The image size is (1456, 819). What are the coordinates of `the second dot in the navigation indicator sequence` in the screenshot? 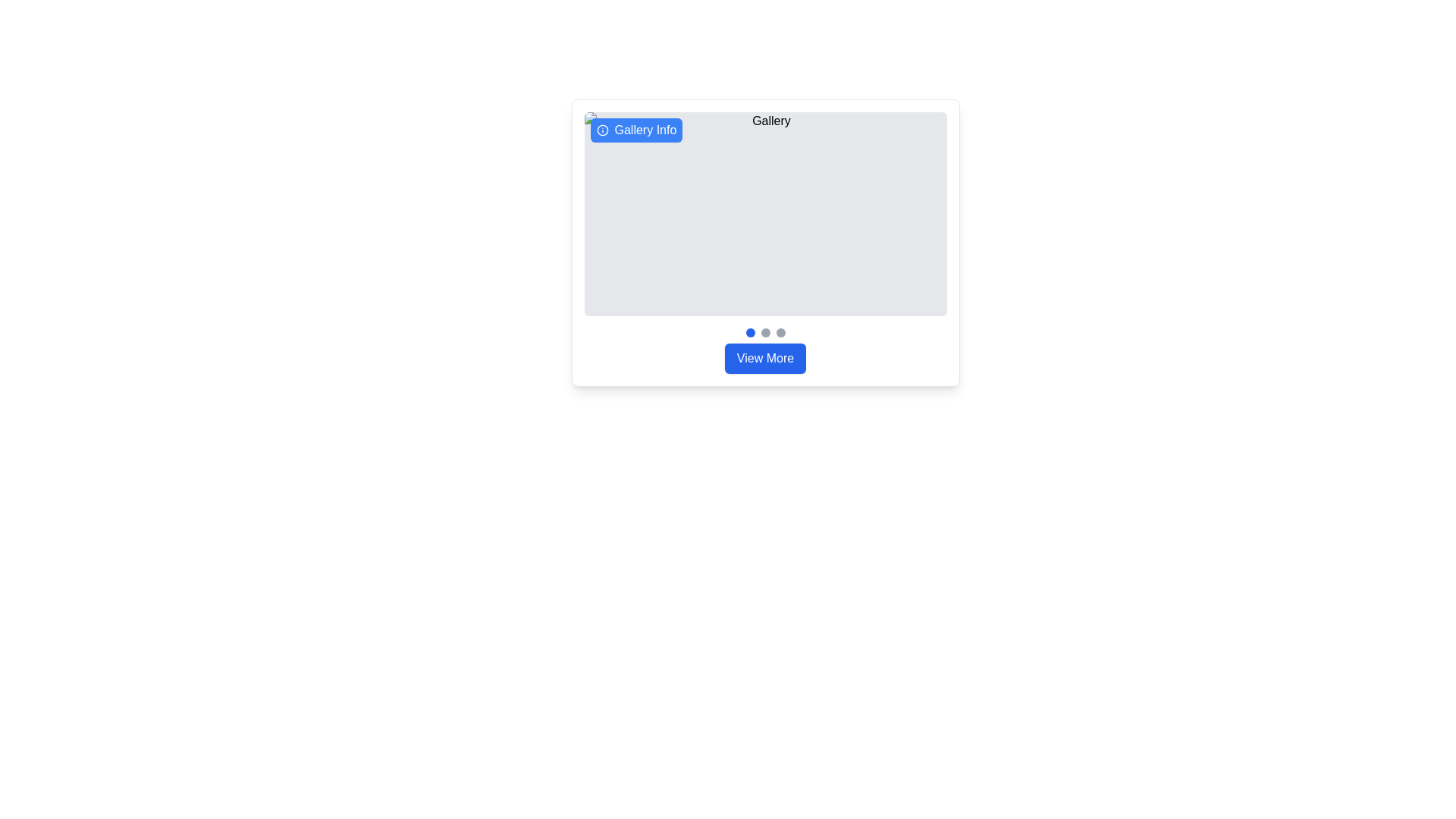 It's located at (765, 331).